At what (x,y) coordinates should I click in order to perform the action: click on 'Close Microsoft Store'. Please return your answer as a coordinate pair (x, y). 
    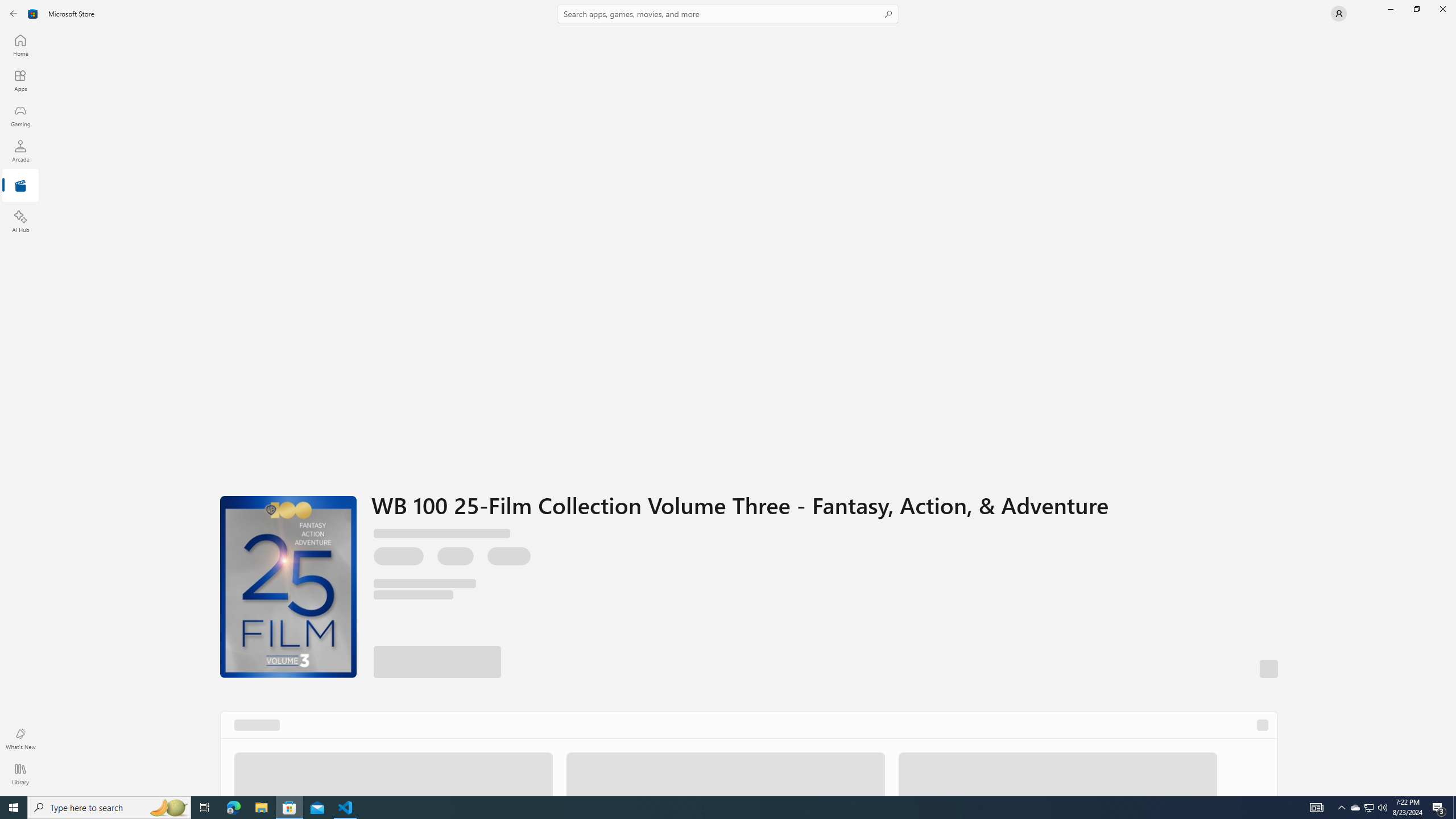
    Looking at the image, I should click on (1442, 9).